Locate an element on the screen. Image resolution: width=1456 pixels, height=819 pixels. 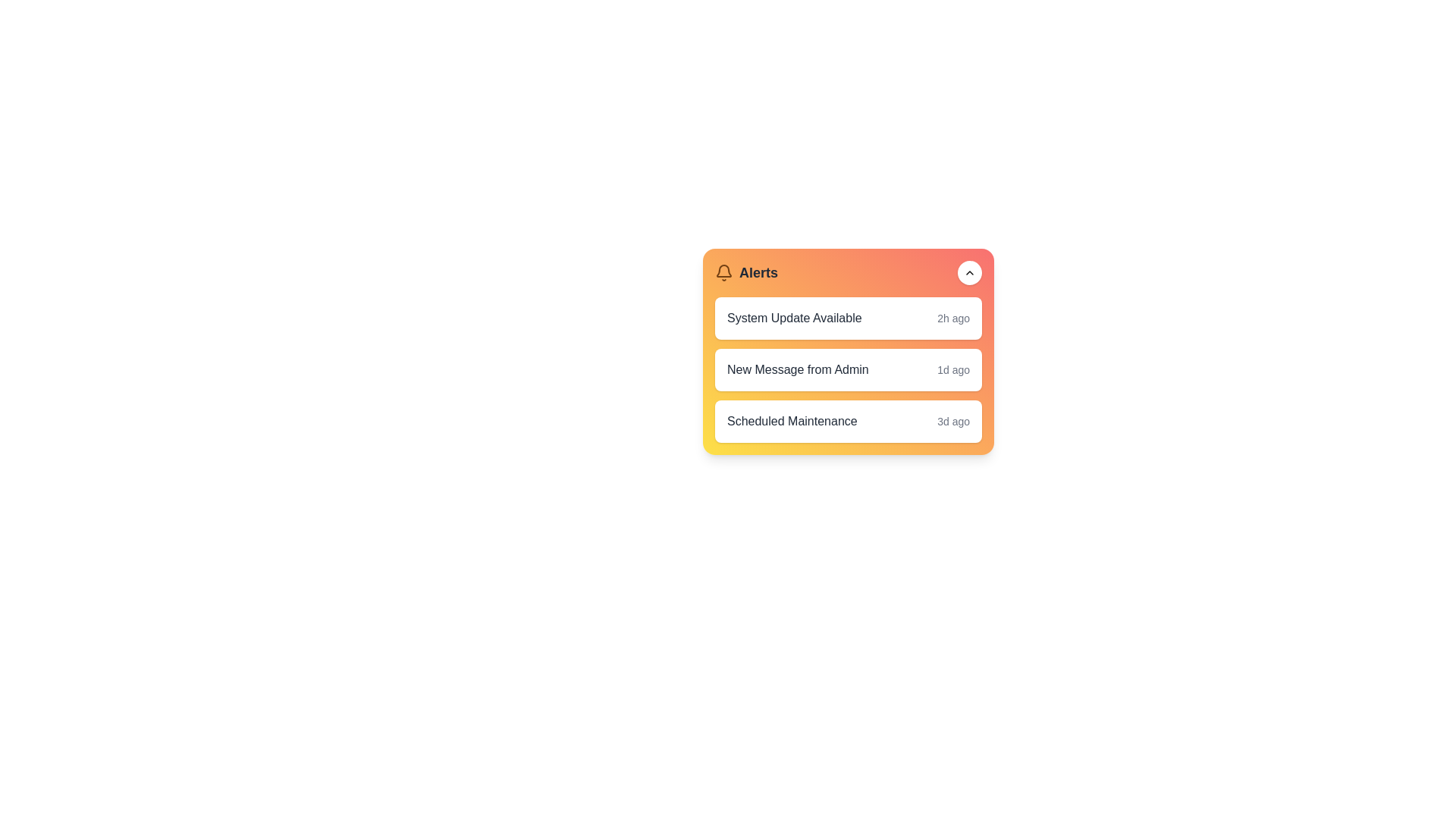
the alert item corresponding to 1 is located at coordinates (847, 318).